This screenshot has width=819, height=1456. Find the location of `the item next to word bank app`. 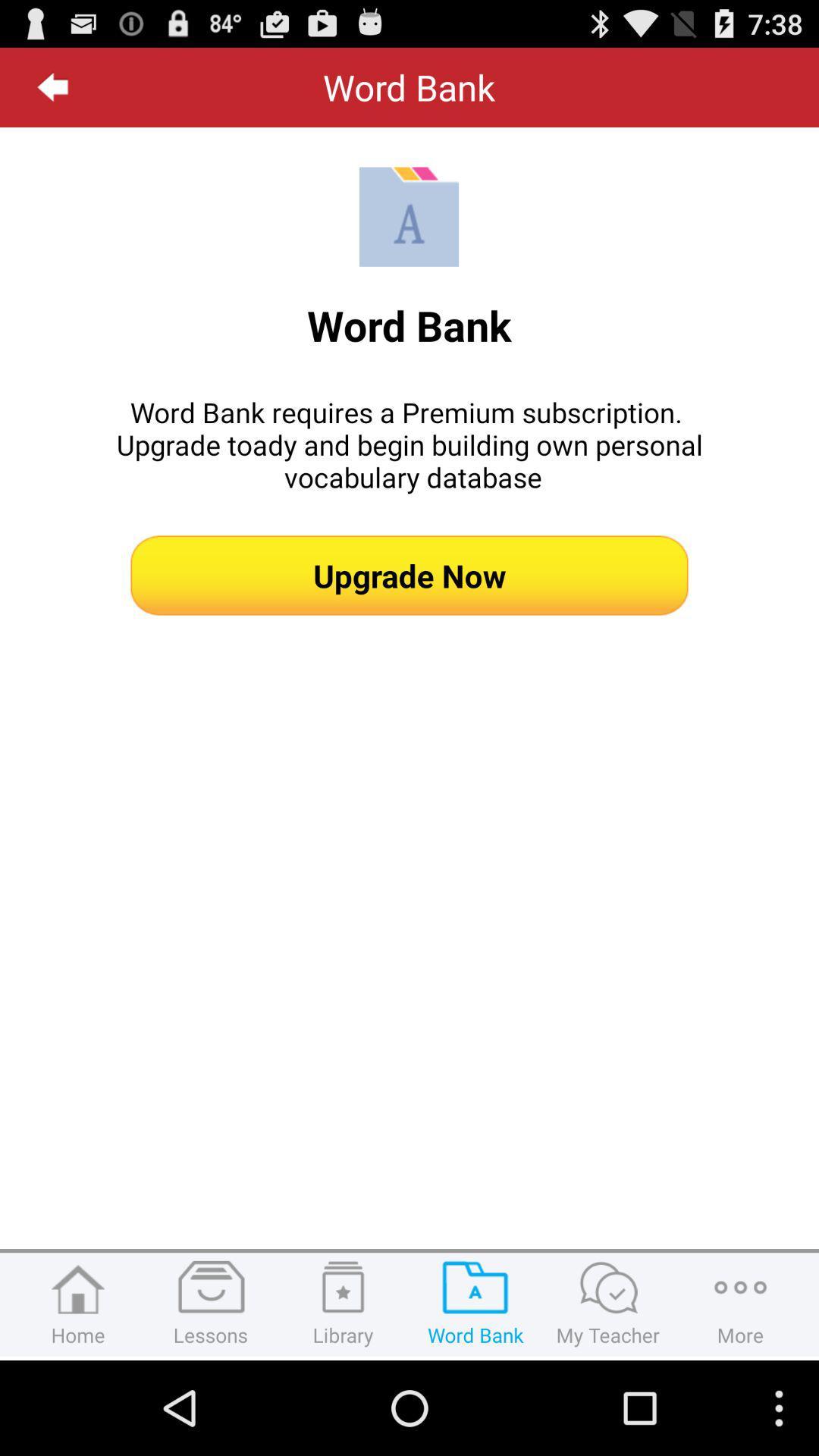

the item next to word bank app is located at coordinates (52, 86).